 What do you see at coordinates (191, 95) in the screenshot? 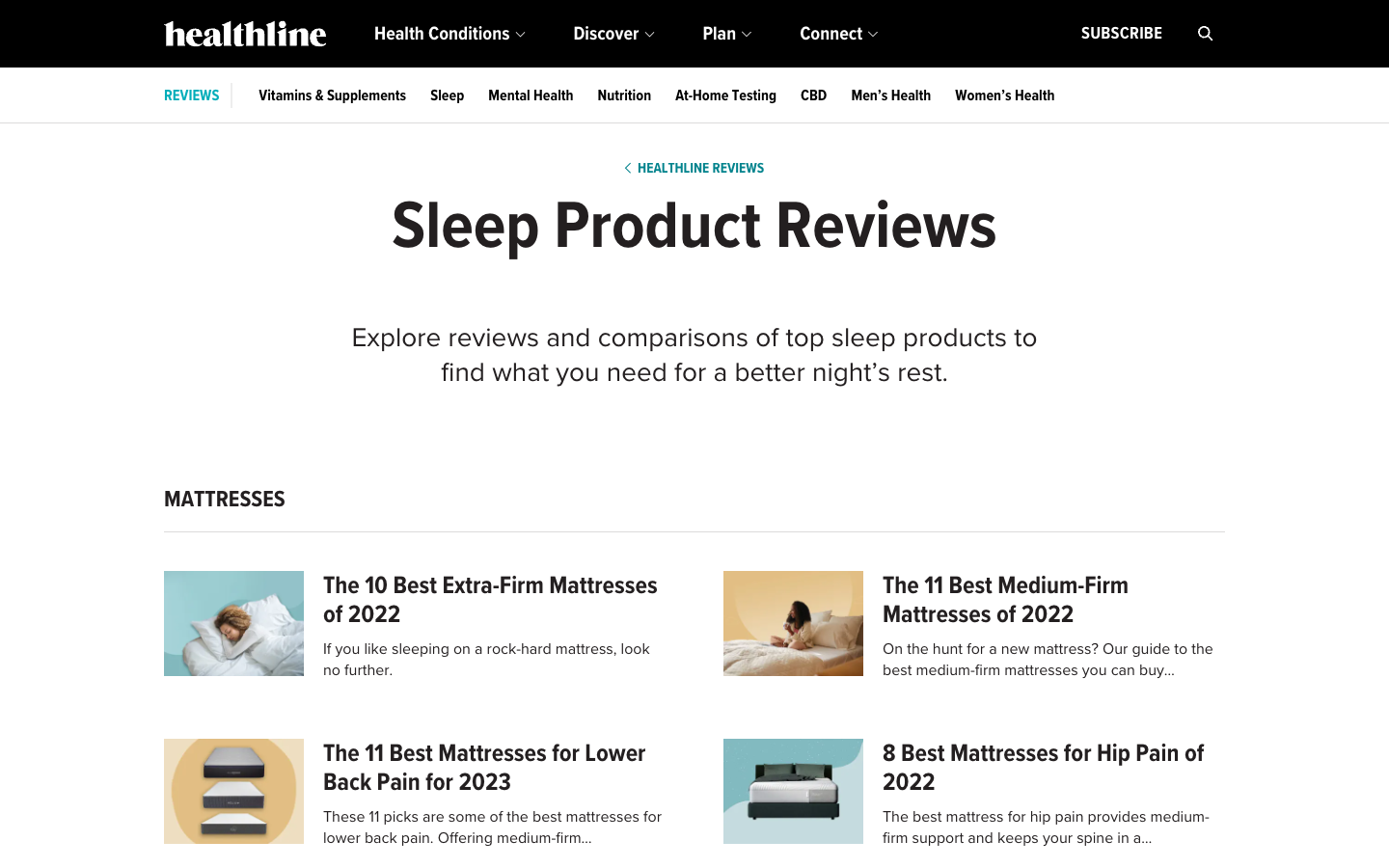
I see `Locate and navigate to the reviews section in blue link` at bounding box center [191, 95].